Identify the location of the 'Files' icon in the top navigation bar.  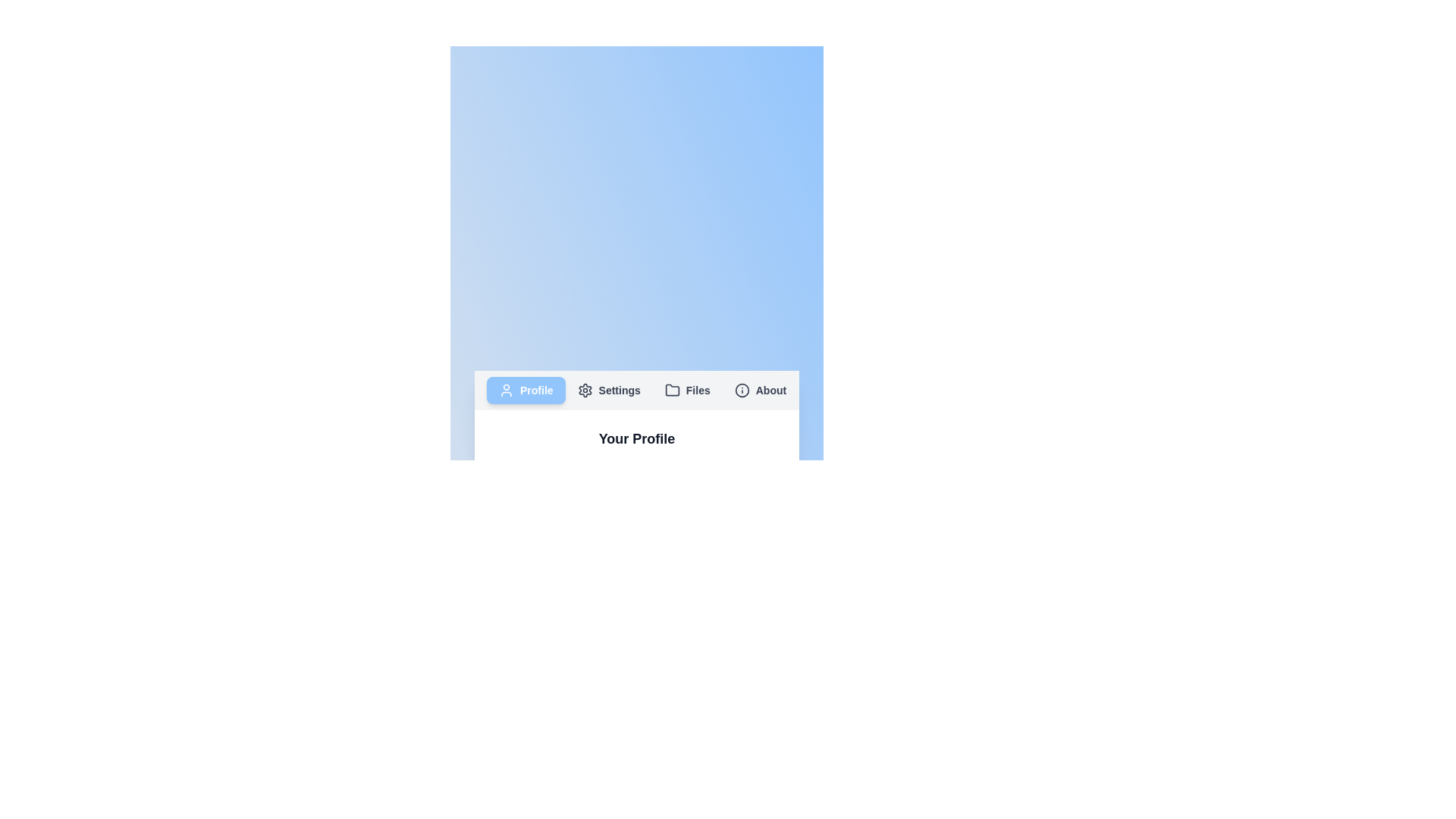
(671, 389).